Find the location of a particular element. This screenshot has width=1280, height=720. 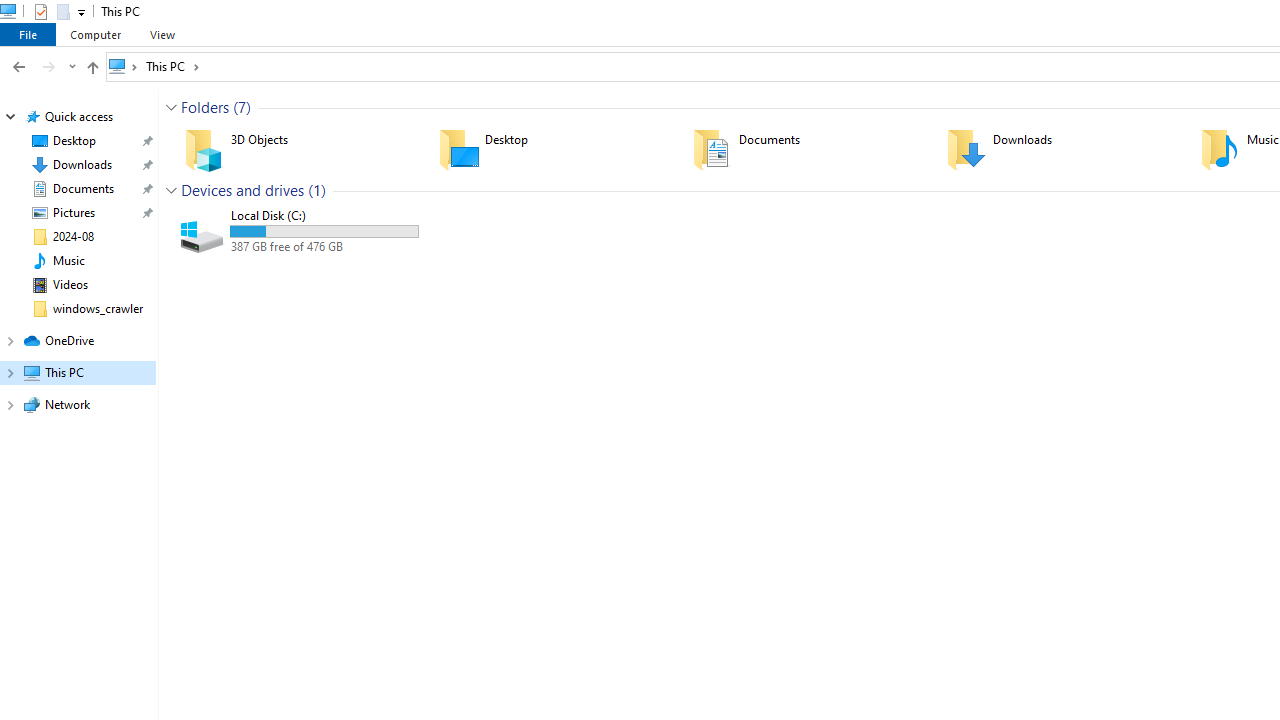

'Space used' is located at coordinates (324, 230).